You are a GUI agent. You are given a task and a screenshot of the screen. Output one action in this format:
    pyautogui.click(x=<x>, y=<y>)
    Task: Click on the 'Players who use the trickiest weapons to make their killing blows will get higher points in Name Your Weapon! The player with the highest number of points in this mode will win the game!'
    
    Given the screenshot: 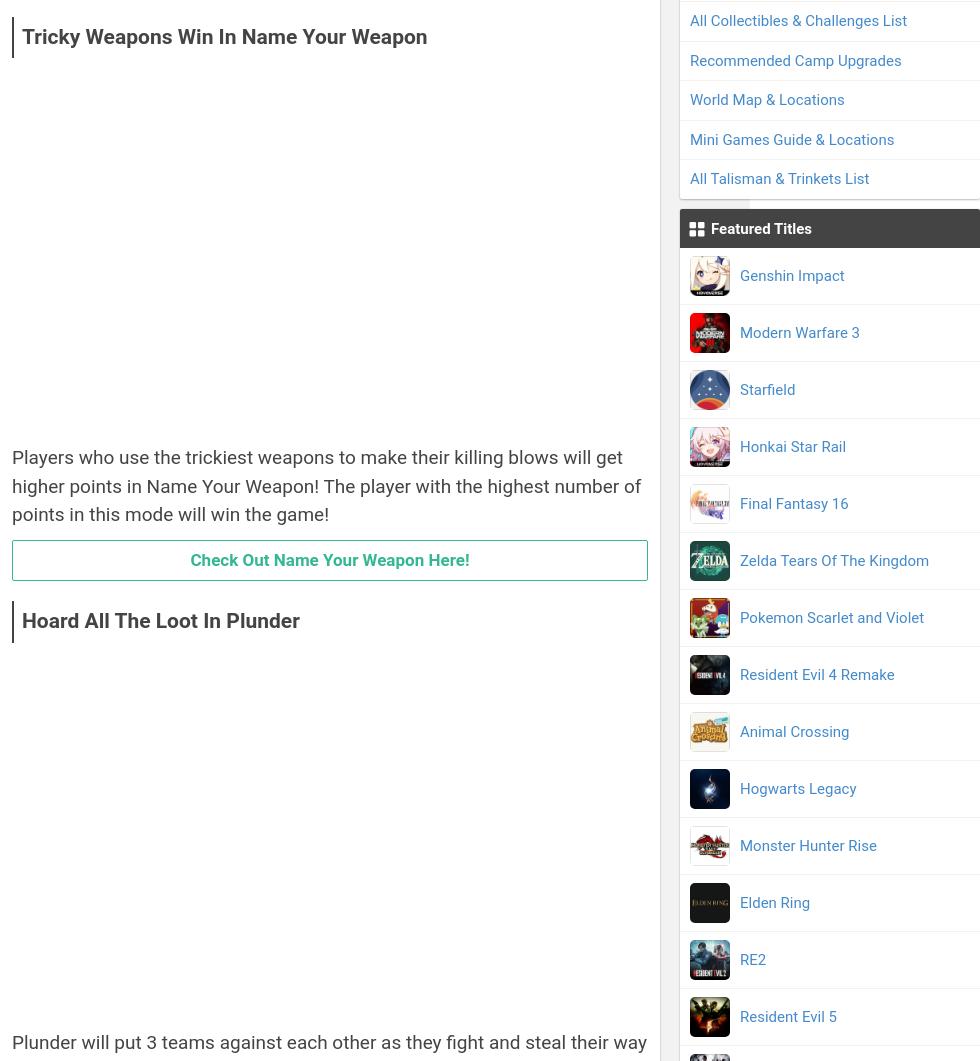 What is the action you would take?
    pyautogui.click(x=326, y=486)
    